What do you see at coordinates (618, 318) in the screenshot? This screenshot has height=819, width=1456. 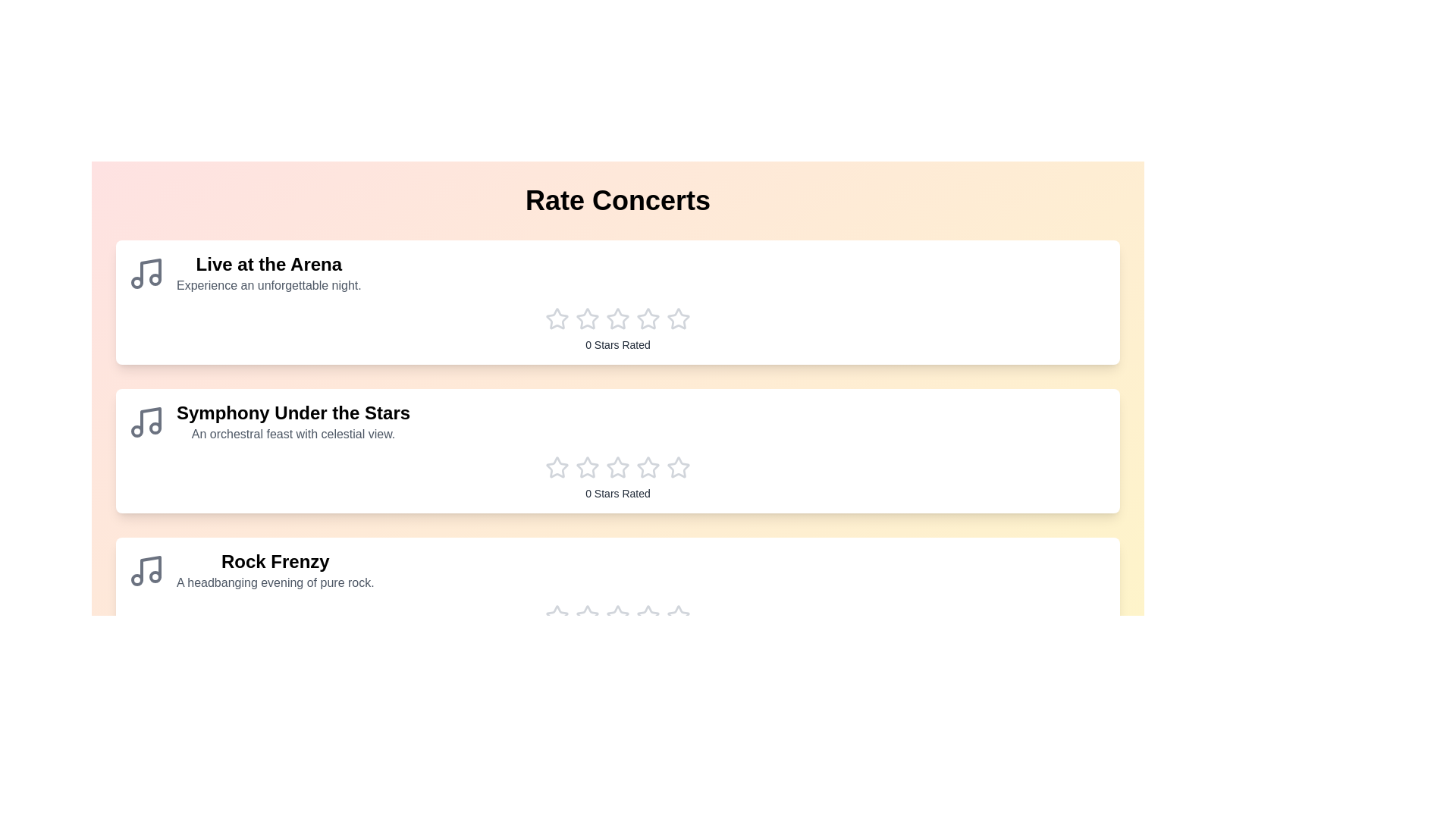 I see `the star corresponding to the rating 3 for the concert Live at the Arena` at bounding box center [618, 318].